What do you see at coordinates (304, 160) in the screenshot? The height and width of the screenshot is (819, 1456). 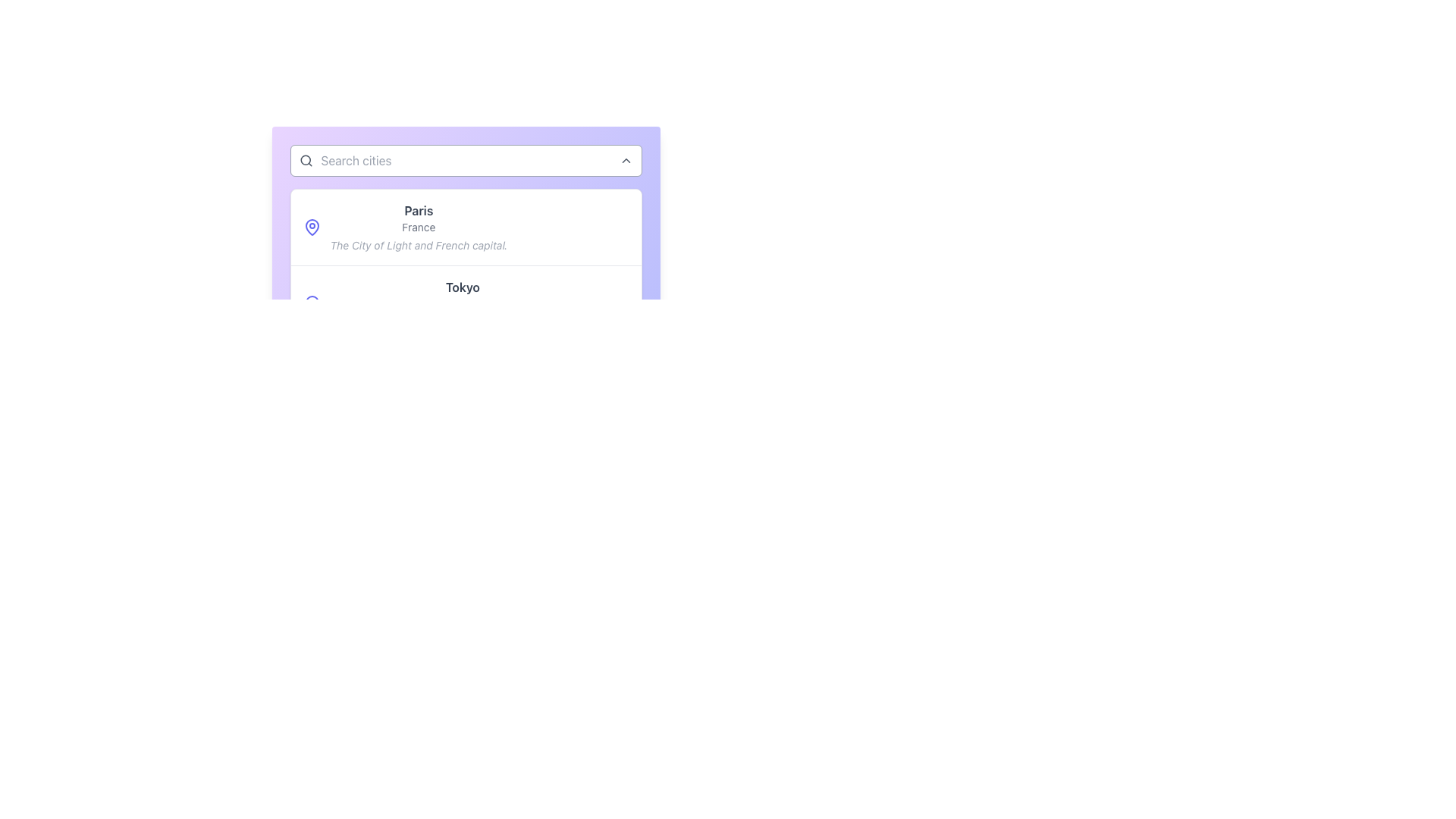 I see `the interactive SVG Circle icon located within the search icon to the left of the search input field` at bounding box center [304, 160].